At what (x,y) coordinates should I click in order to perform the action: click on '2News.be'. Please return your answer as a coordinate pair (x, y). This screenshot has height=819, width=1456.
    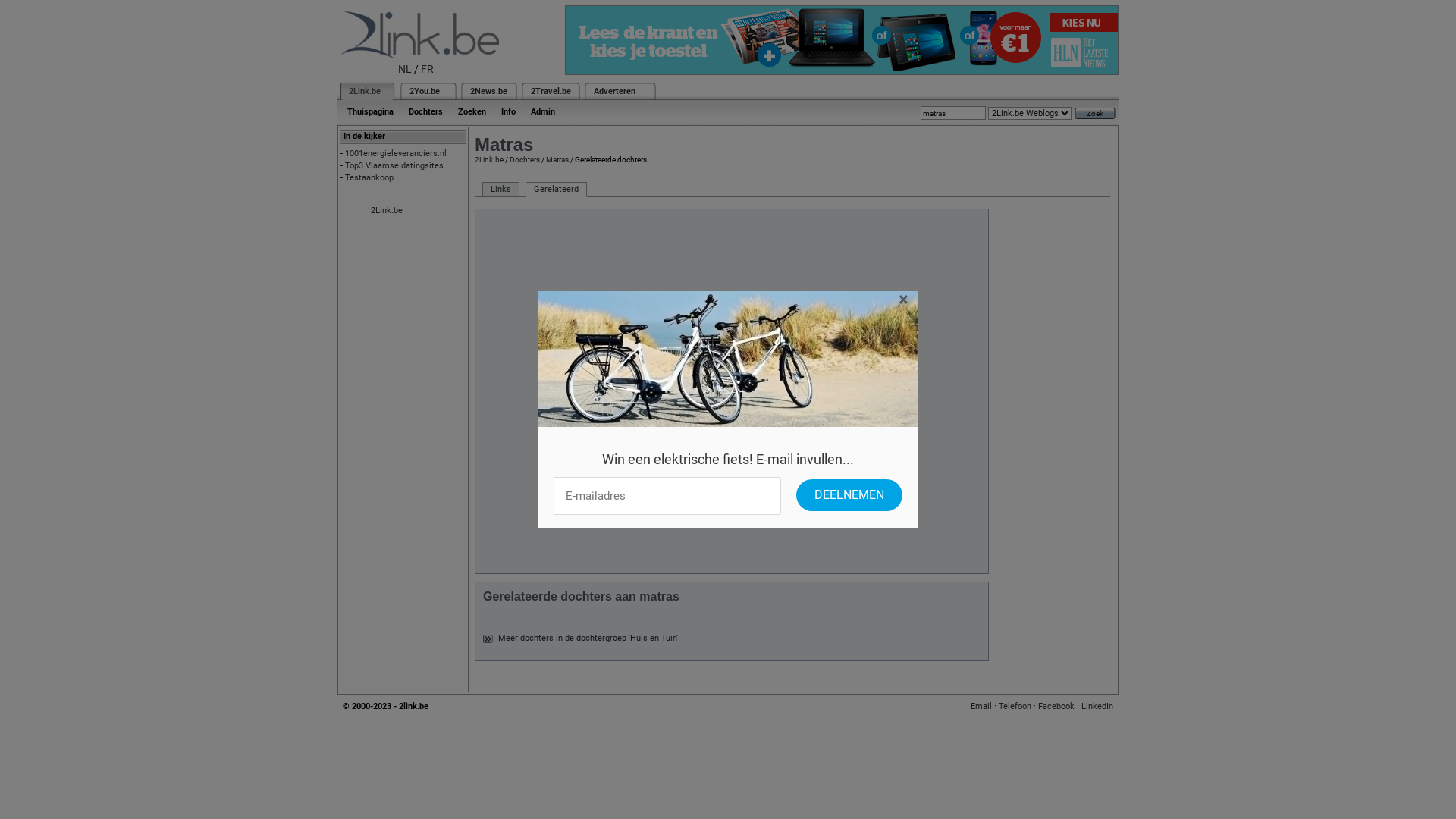
    Looking at the image, I should click on (488, 91).